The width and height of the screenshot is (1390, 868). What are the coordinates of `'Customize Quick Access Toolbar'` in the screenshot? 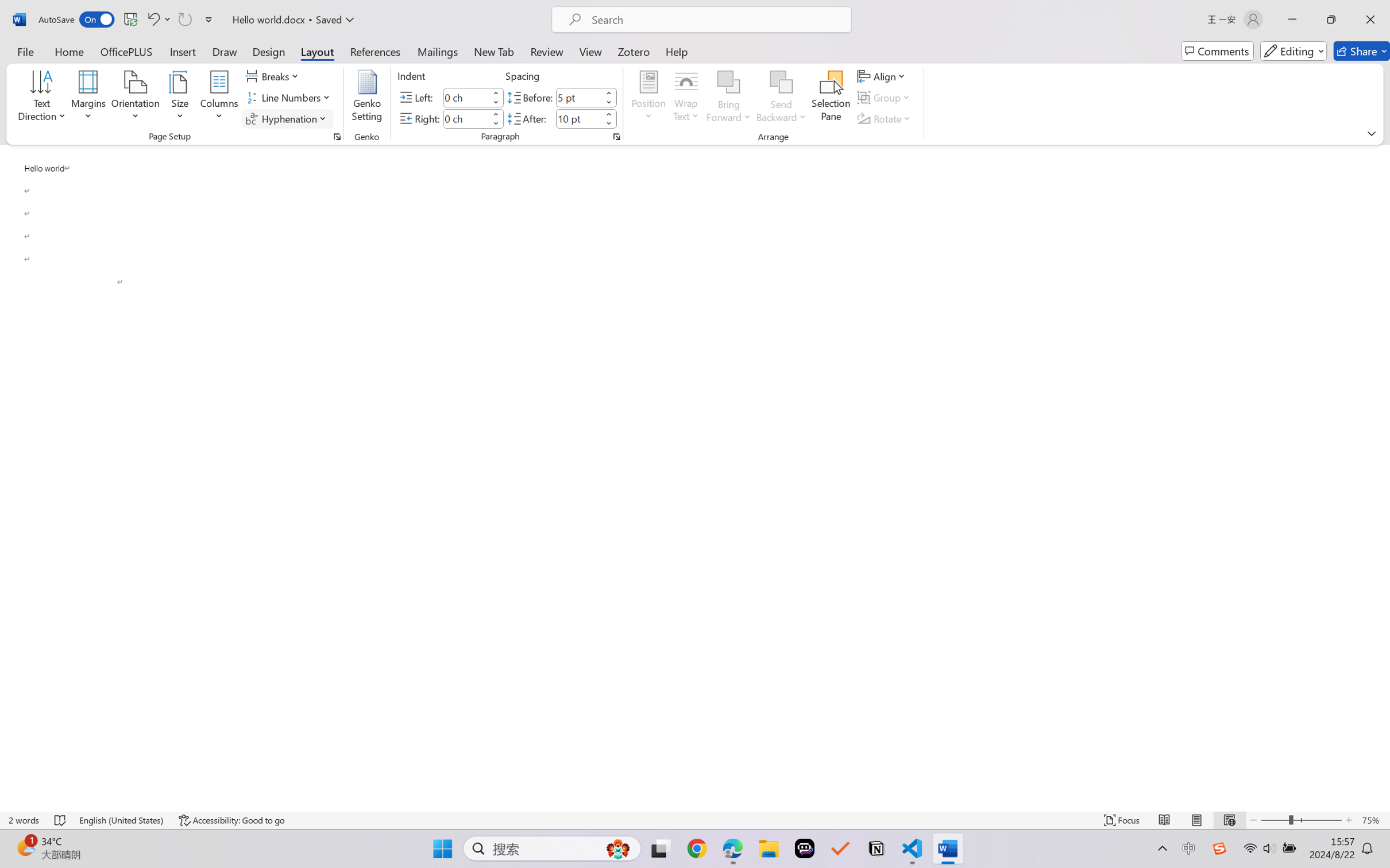 It's located at (208, 19).